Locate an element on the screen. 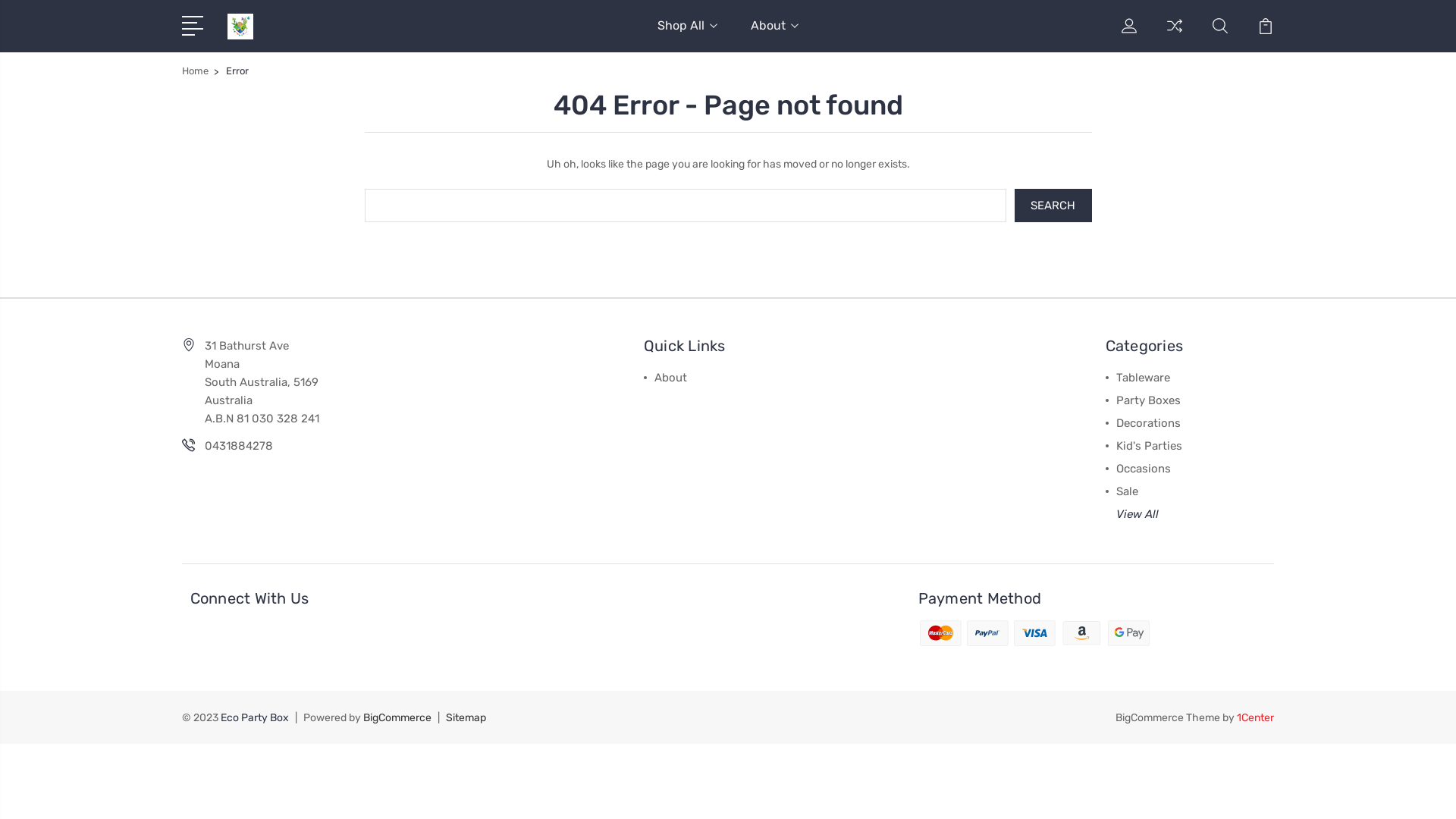 The width and height of the screenshot is (1456, 819). 'BigCommerce' is located at coordinates (397, 717).